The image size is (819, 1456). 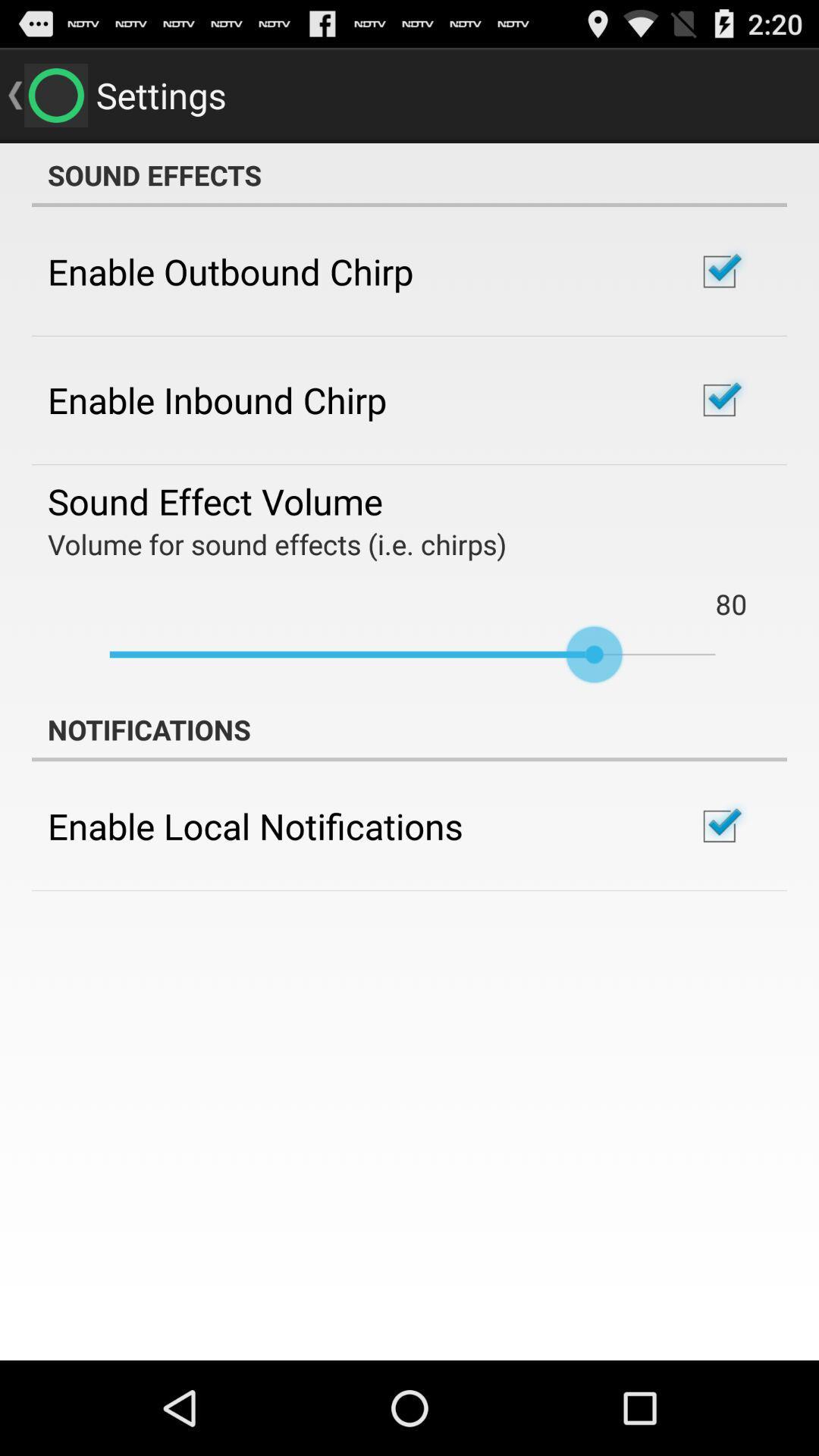 I want to click on 80, so click(x=730, y=603).